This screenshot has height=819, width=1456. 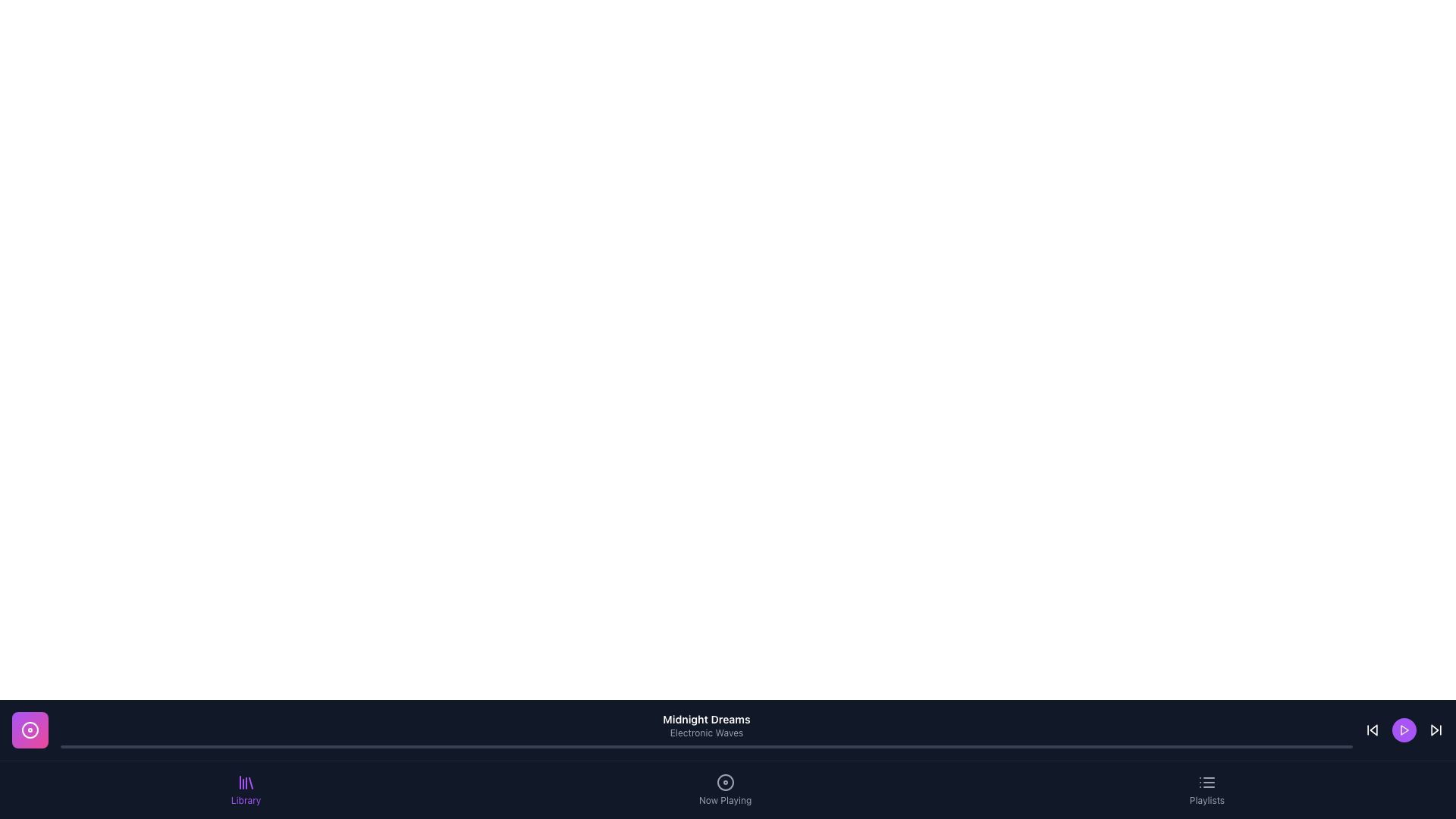 What do you see at coordinates (728, 730) in the screenshot?
I see `the Details display section at the bottom of the interface that shows 'Midnight Dreams' and 'Electronic Waves'` at bounding box center [728, 730].